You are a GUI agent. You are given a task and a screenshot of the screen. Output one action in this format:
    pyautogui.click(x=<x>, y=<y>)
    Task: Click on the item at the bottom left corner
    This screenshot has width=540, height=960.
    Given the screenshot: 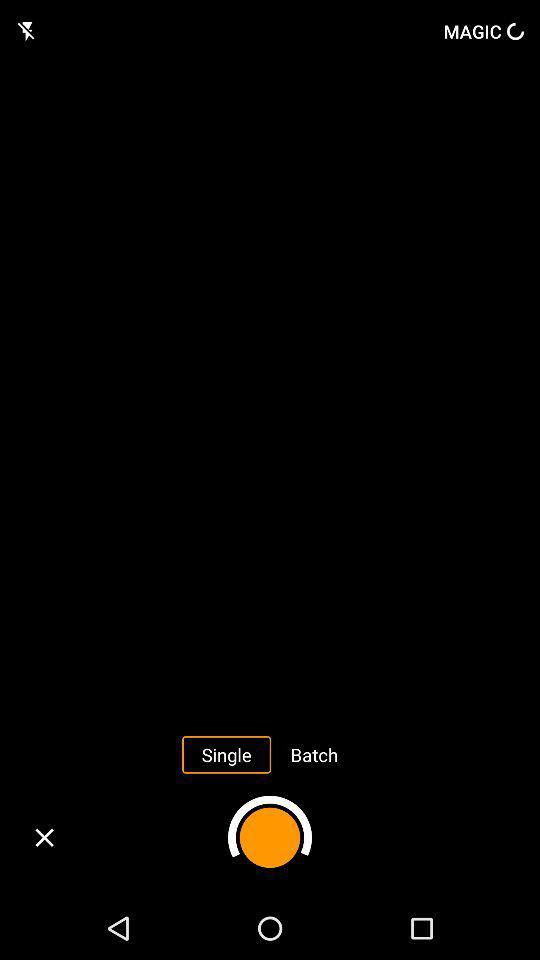 What is the action you would take?
    pyautogui.click(x=44, y=837)
    